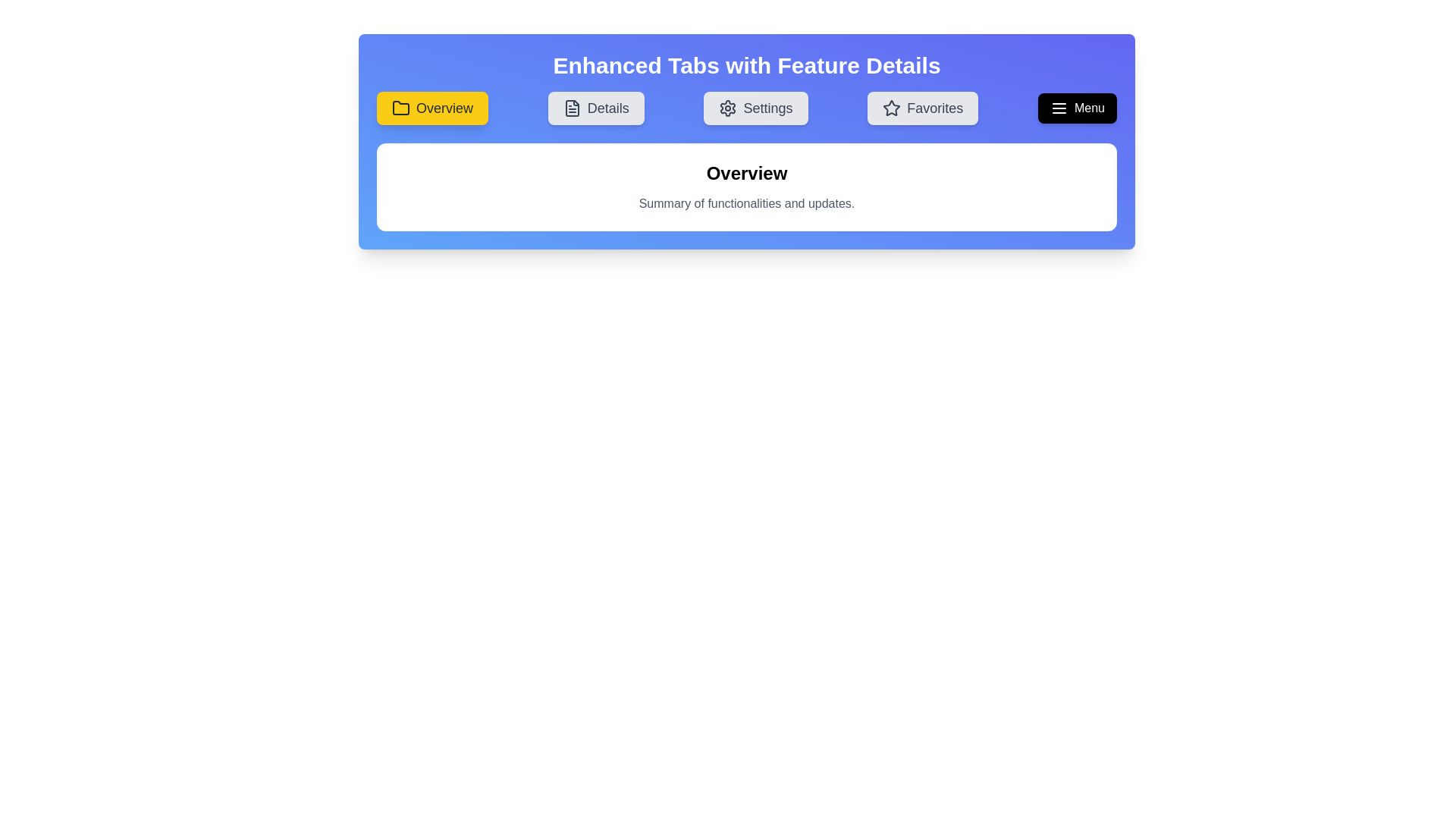  What do you see at coordinates (922, 107) in the screenshot?
I see `the 'Favorites' button, which is the fourth button from the left in the navigation bar` at bounding box center [922, 107].